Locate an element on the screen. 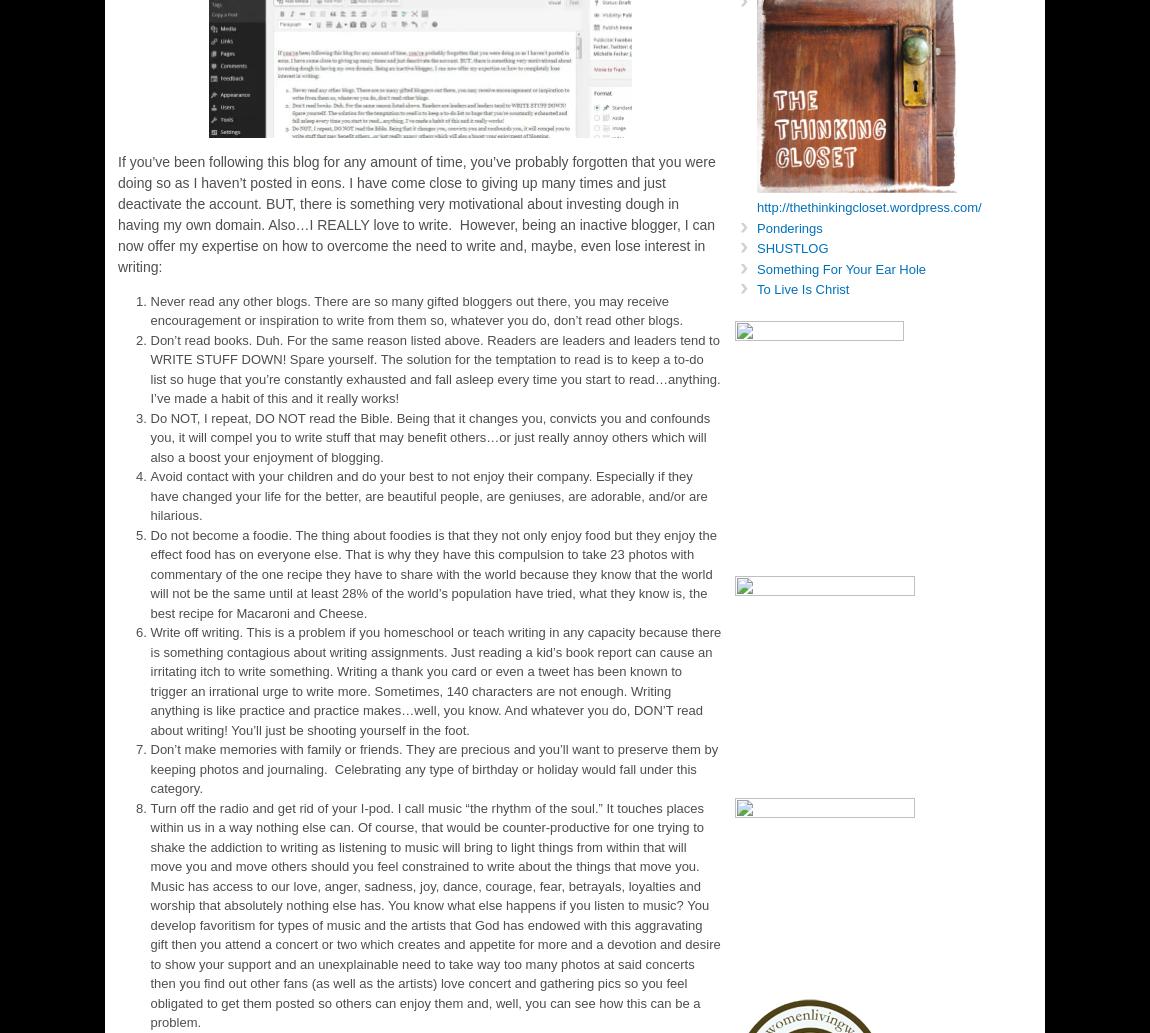  'Don’t read books. Duh. For the same reason listed above. Readers are leaders and leaders tend to WRITE STUFF DOWN! Spare yourself. The solution for the temptation to read is to keep a to-do list so huge that you’re constantly exhausted and fall asleep every time you start to read…anything. I’ve made a habit of this and it really works!' is located at coordinates (148, 368).